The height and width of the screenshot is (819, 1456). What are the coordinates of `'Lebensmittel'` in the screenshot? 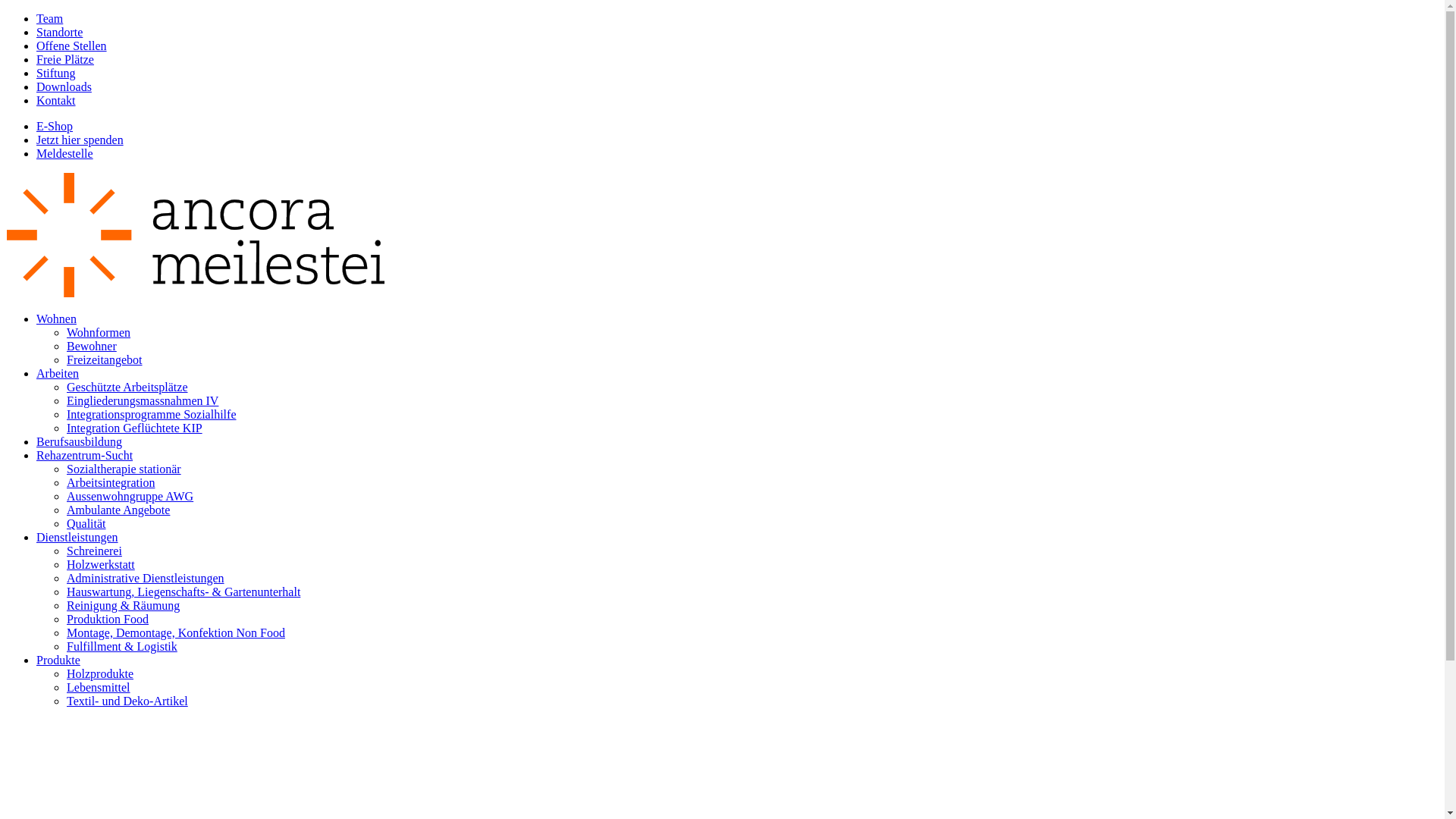 It's located at (97, 687).